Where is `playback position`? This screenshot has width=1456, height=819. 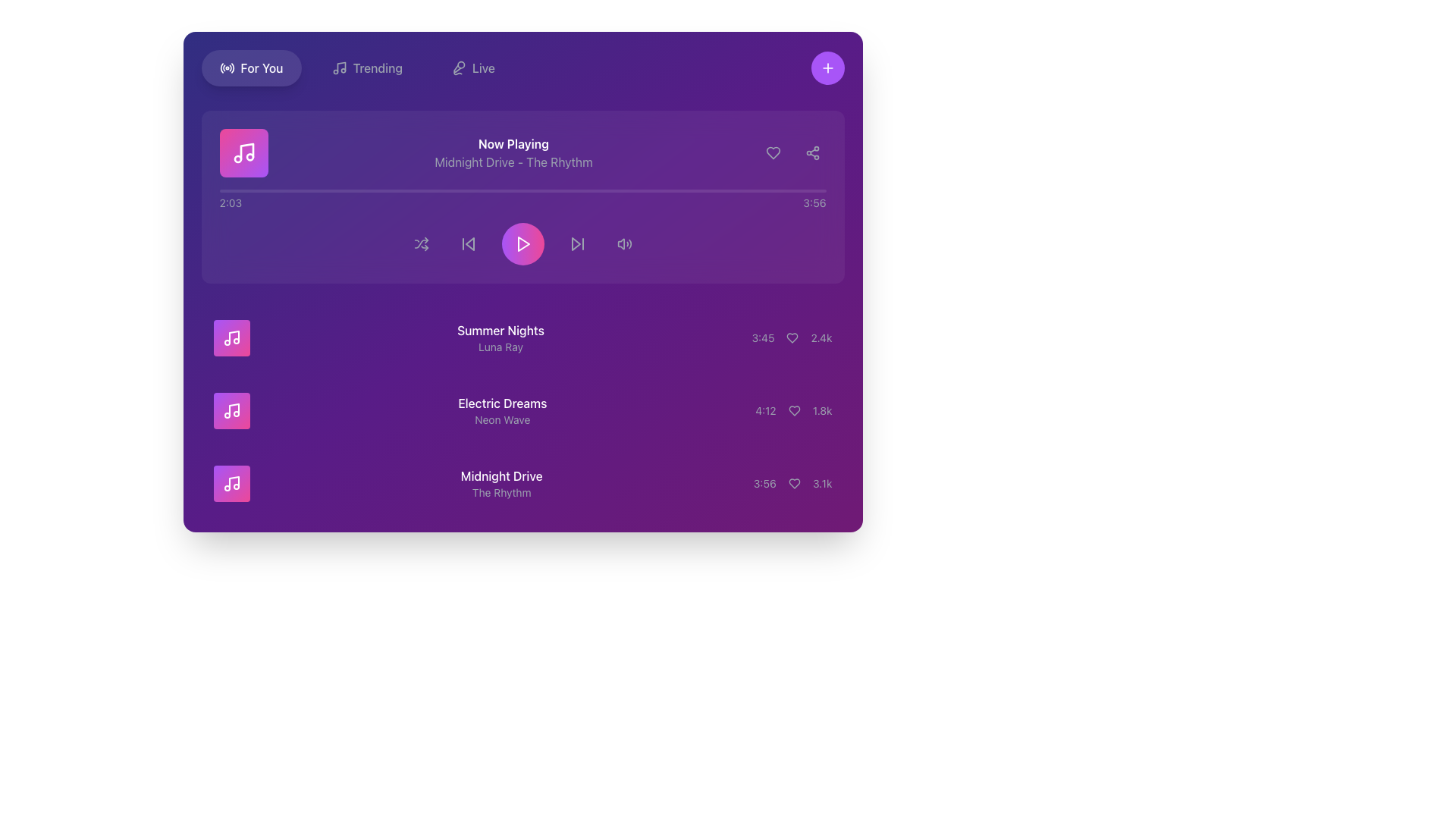 playback position is located at coordinates (620, 190).